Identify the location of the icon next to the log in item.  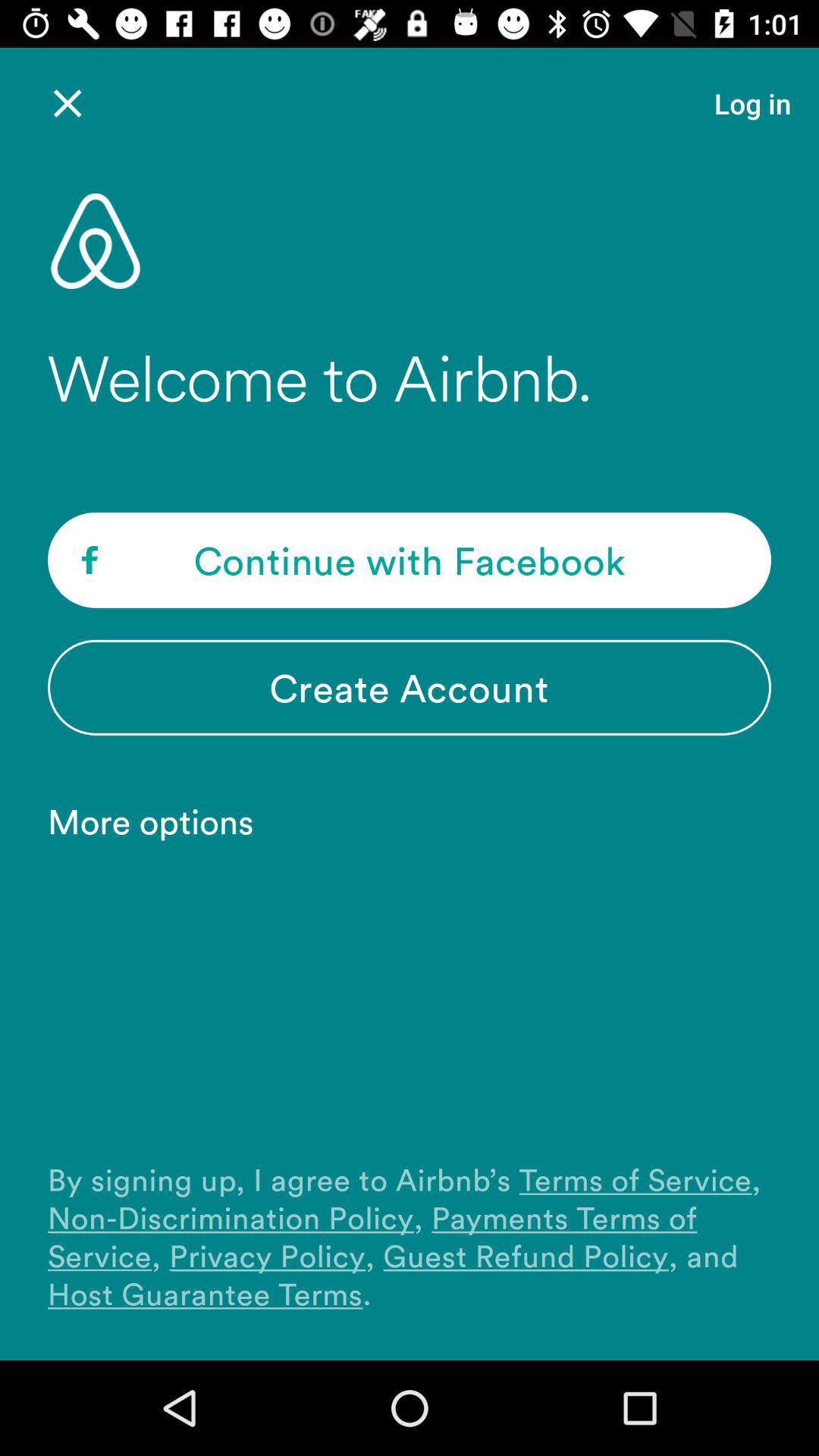
(67, 102).